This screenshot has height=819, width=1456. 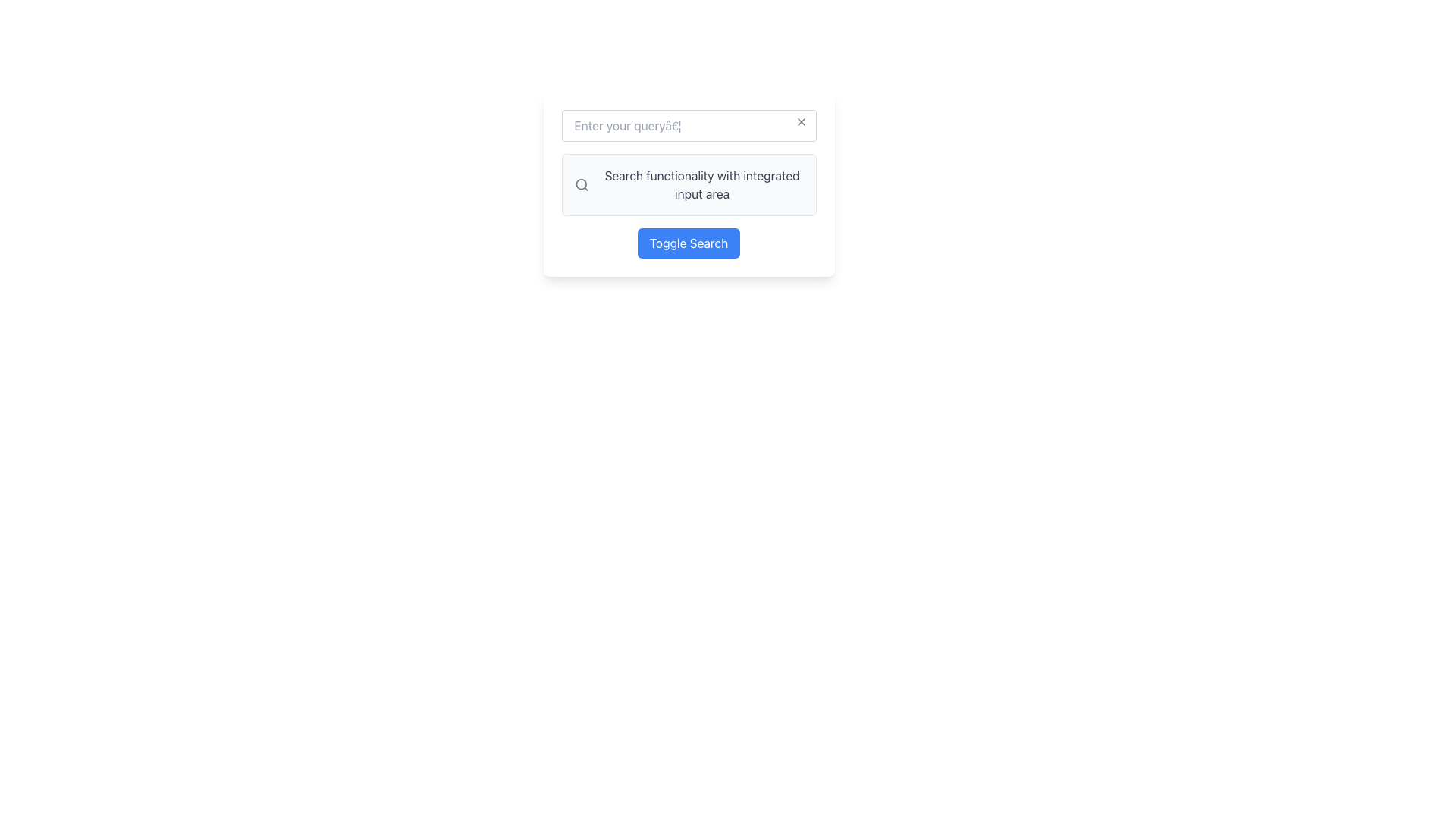 What do you see at coordinates (688, 184) in the screenshot?
I see `the informational message box with a light gray background that contains a magnifying glass icon and the text 'Search functionality with integrated input area'` at bounding box center [688, 184].